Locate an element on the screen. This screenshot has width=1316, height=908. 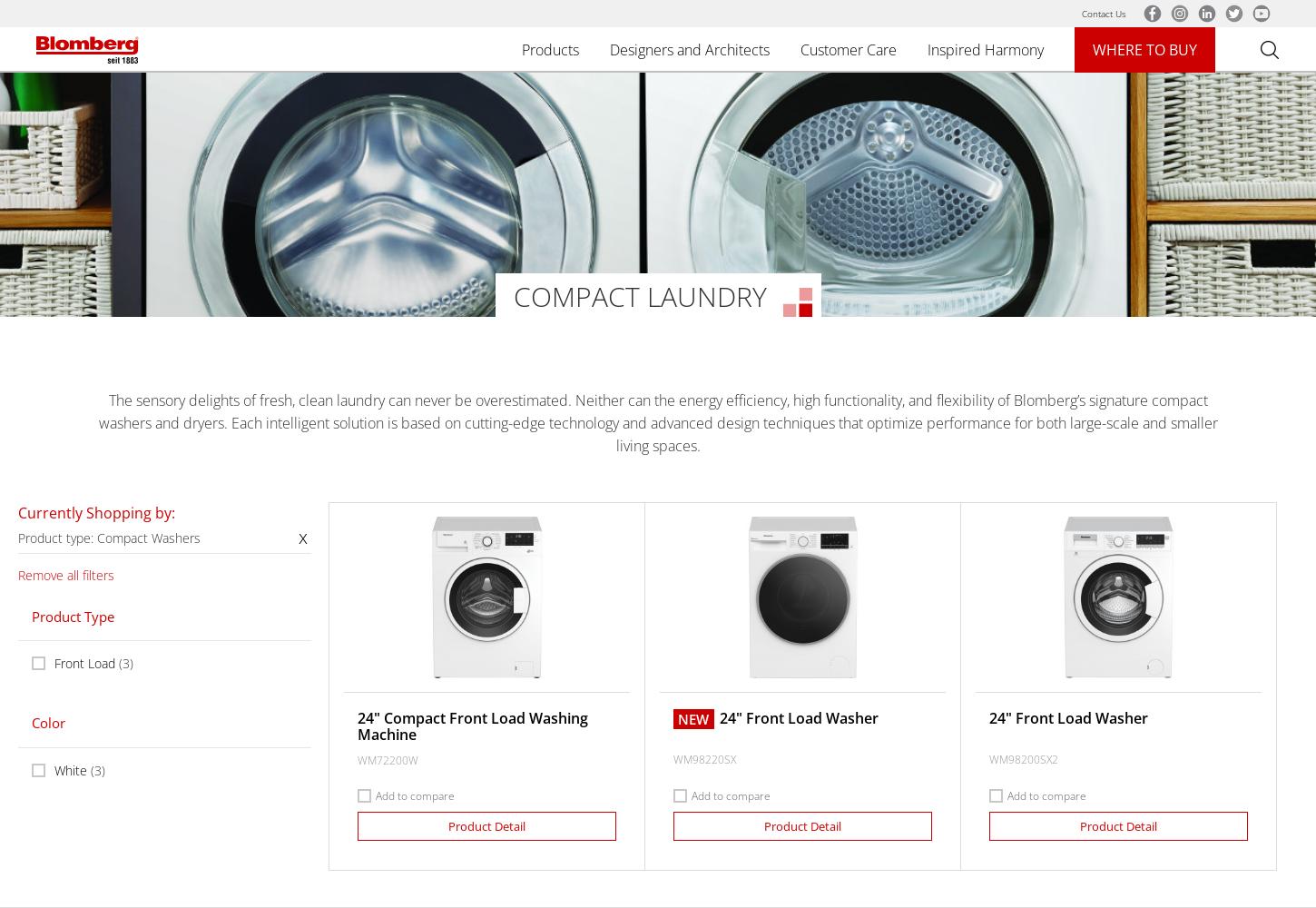
'Color' is located at coordinates (48, 723).